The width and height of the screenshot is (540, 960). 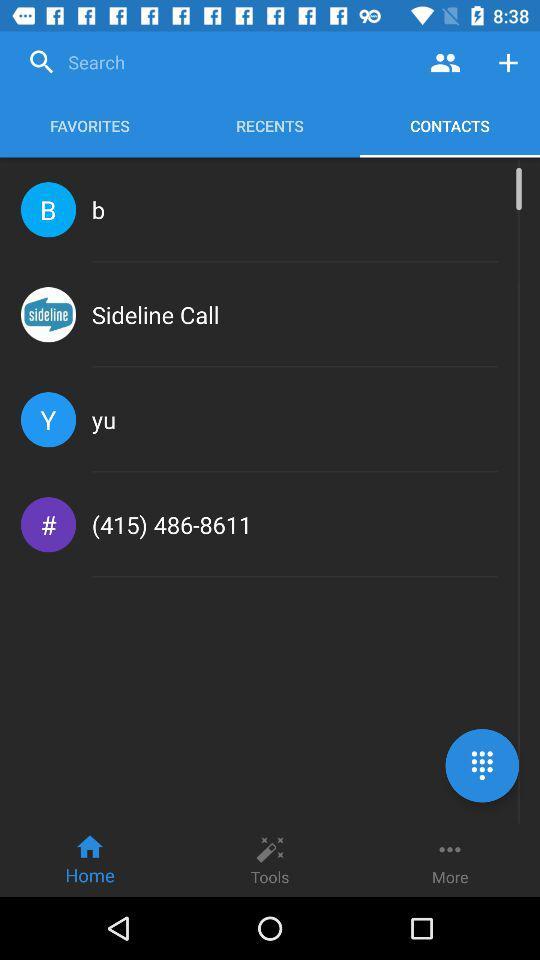 What do you see at coordinates (445, 62) in the screenshot?
I see `search contacts` at bounding box center [445, 62].